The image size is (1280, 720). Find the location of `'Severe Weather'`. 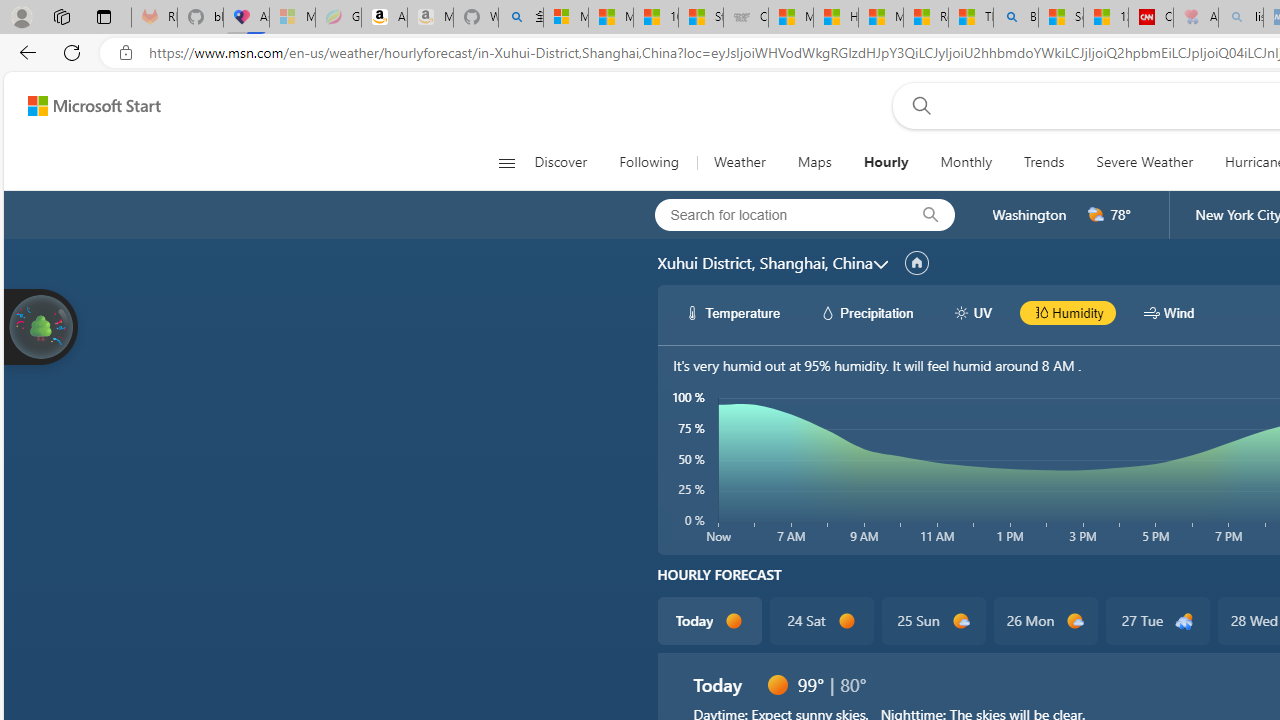

'Severe Weather' is located at coordinates (1144, 162).